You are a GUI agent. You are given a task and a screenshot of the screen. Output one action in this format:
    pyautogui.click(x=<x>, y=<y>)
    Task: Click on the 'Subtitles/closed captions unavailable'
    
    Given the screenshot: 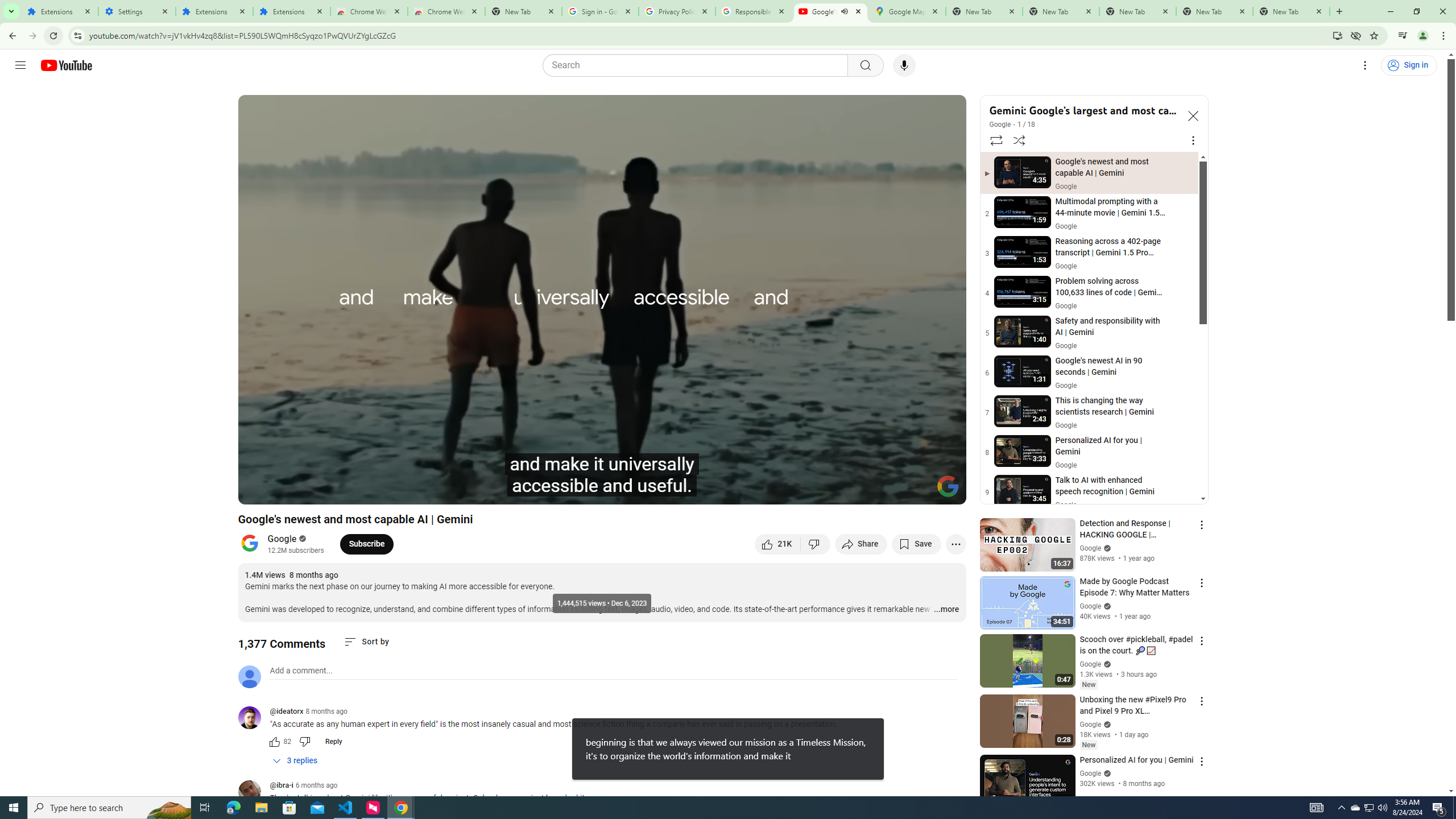 What is the action you would take?
    pyautogui.click(x=835, y=490)
    